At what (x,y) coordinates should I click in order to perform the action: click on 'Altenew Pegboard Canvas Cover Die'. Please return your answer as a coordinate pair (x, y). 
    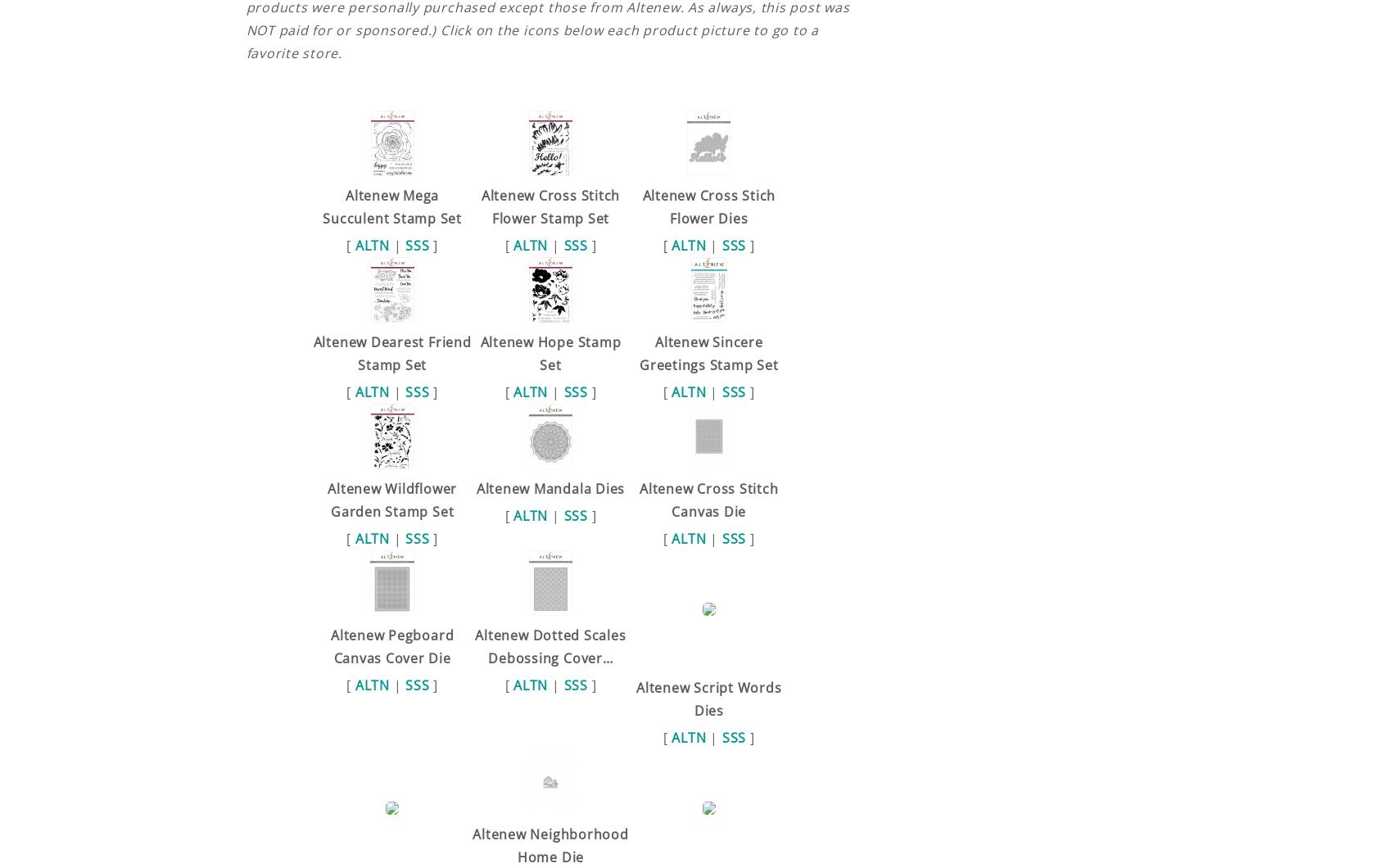
    Looking at the image, I should click on (391, 644).